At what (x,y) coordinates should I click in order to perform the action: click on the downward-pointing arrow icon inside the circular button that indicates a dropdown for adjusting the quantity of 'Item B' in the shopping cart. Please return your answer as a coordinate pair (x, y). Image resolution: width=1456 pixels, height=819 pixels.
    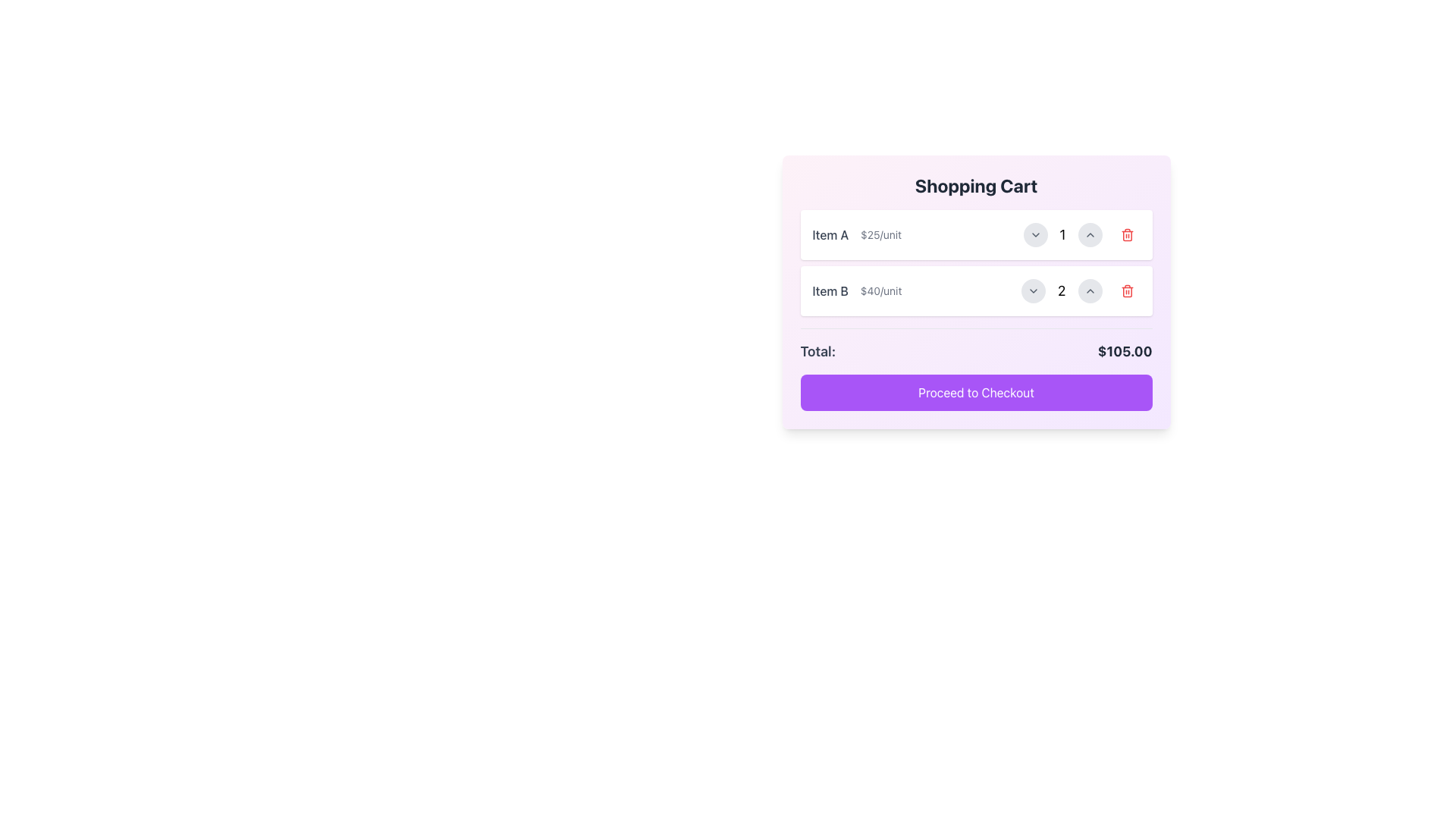
    Looking at the image, I should click on (1033, 291).